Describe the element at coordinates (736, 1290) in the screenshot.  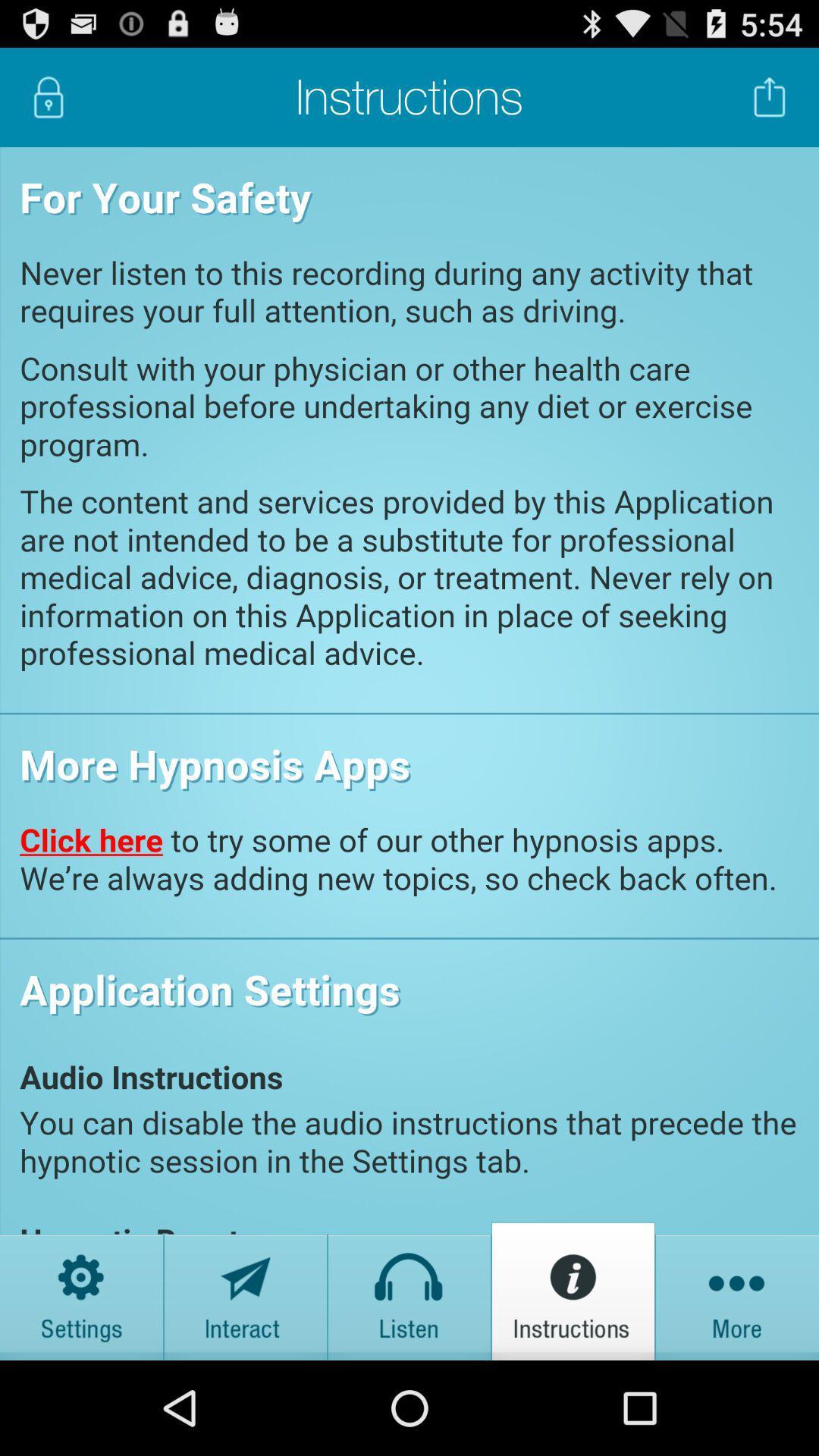
I see `click for more options` at that location.